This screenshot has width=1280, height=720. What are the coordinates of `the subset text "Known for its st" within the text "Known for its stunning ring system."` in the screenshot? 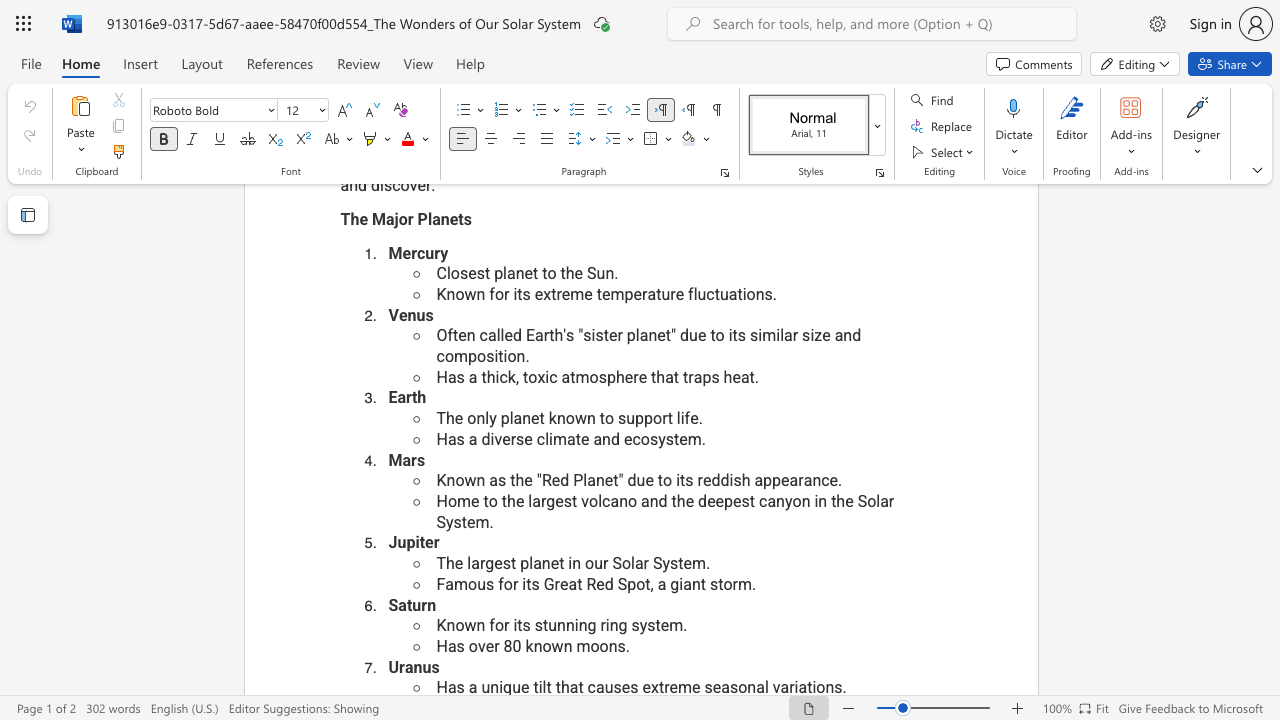 It's located at (435, 624).